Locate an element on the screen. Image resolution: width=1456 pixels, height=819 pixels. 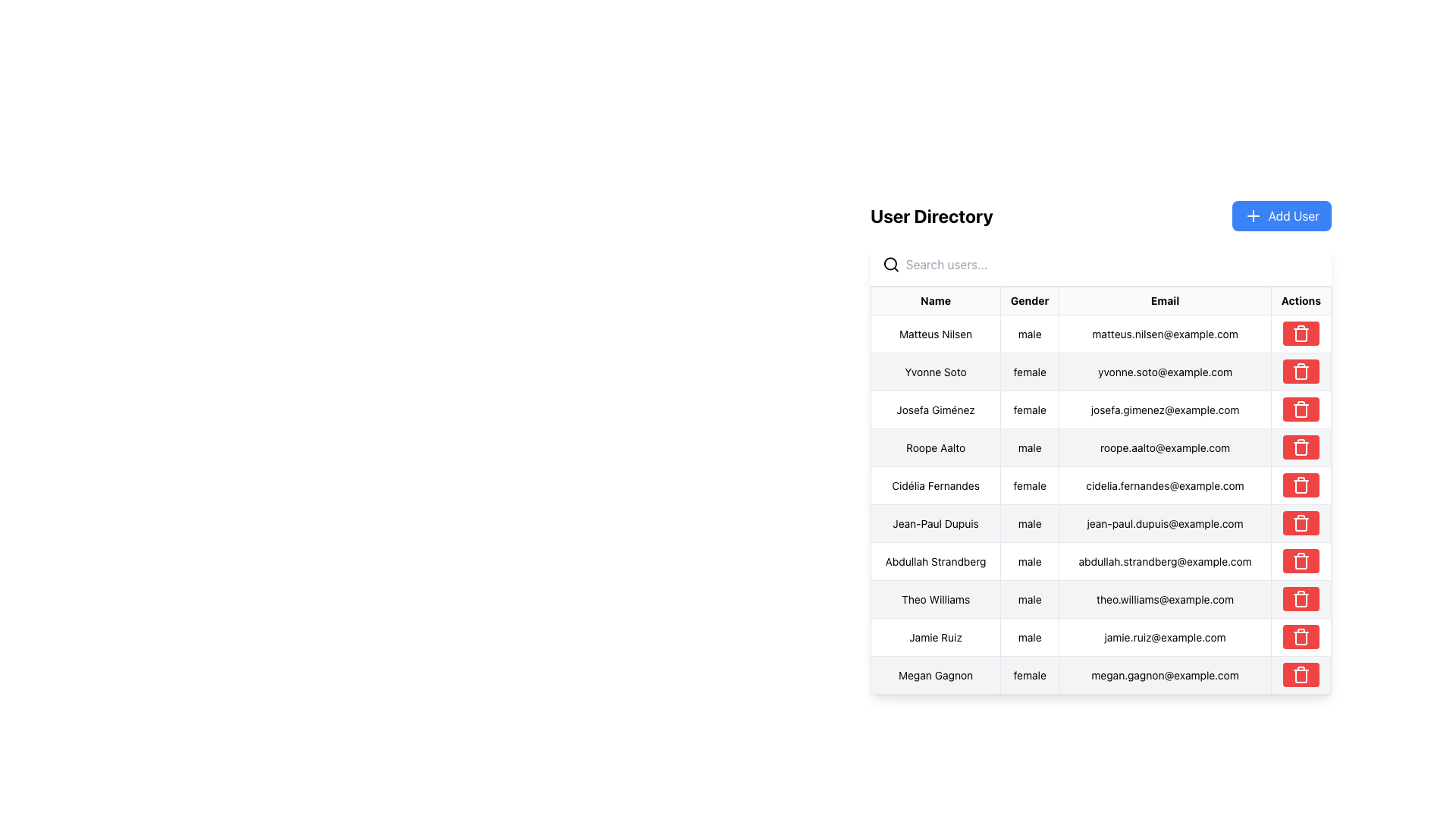
the text field displaying 'female' in the Gender column for the row of 'Cidélia Fernandes' is located at coordinates (1030, 485).